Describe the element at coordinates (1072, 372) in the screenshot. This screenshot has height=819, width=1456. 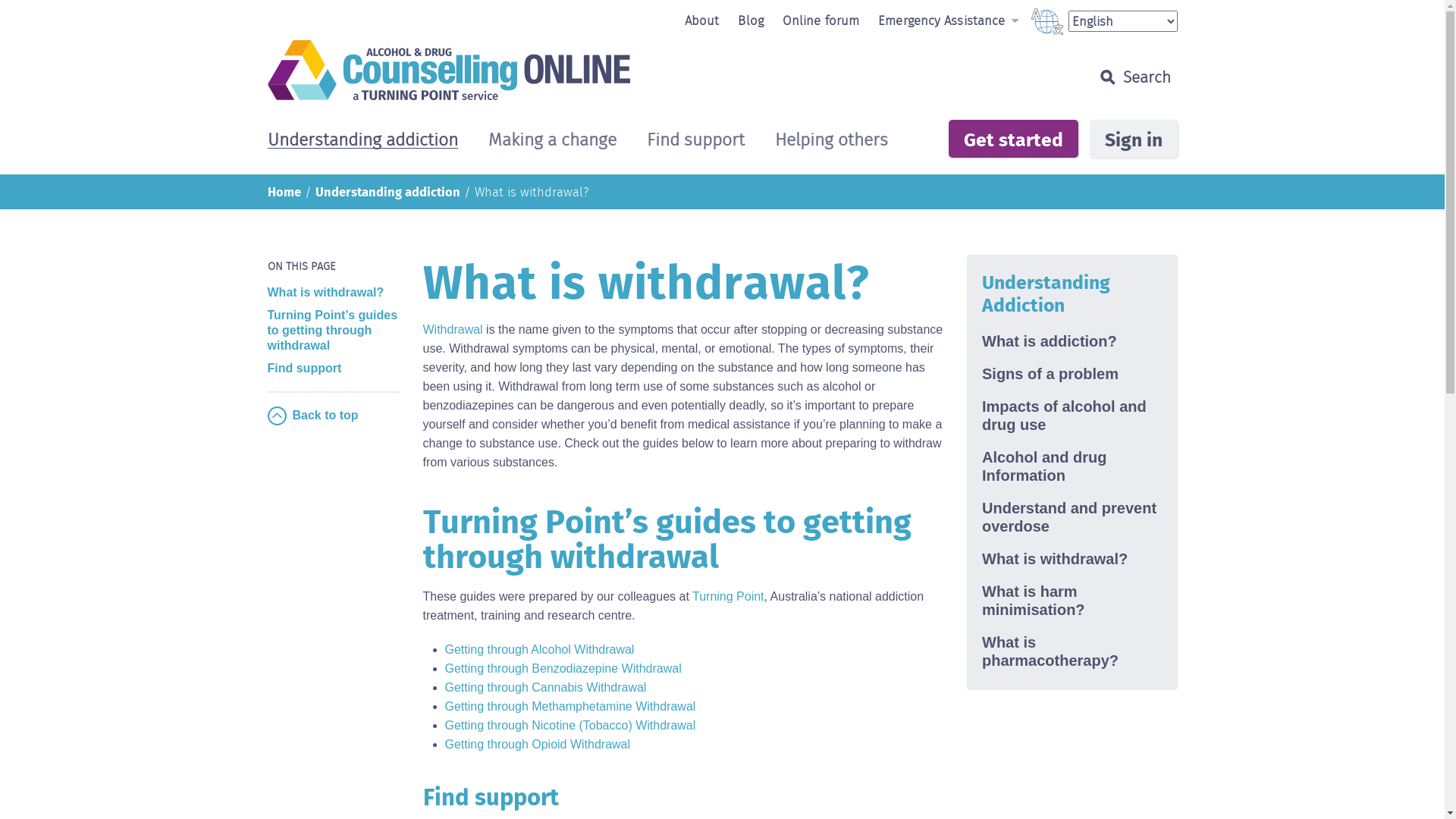
I see `'Signs of a problem'` at that location.